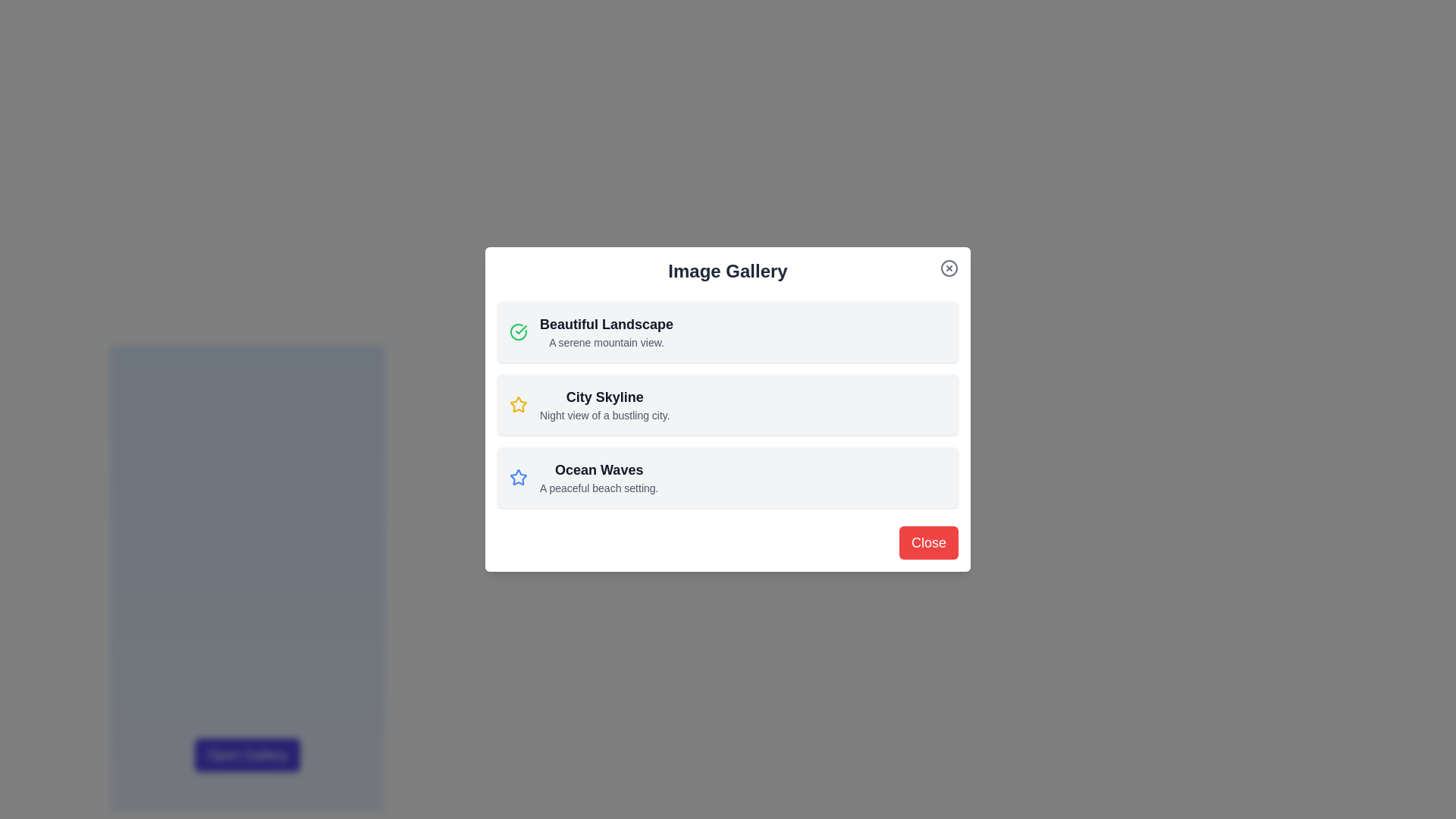  I want to click on the circular icon with a green outline and a white center, which features a checkmark symbol, located to the left of the 'Beautiful Landscape' list item, so click(519, 331).